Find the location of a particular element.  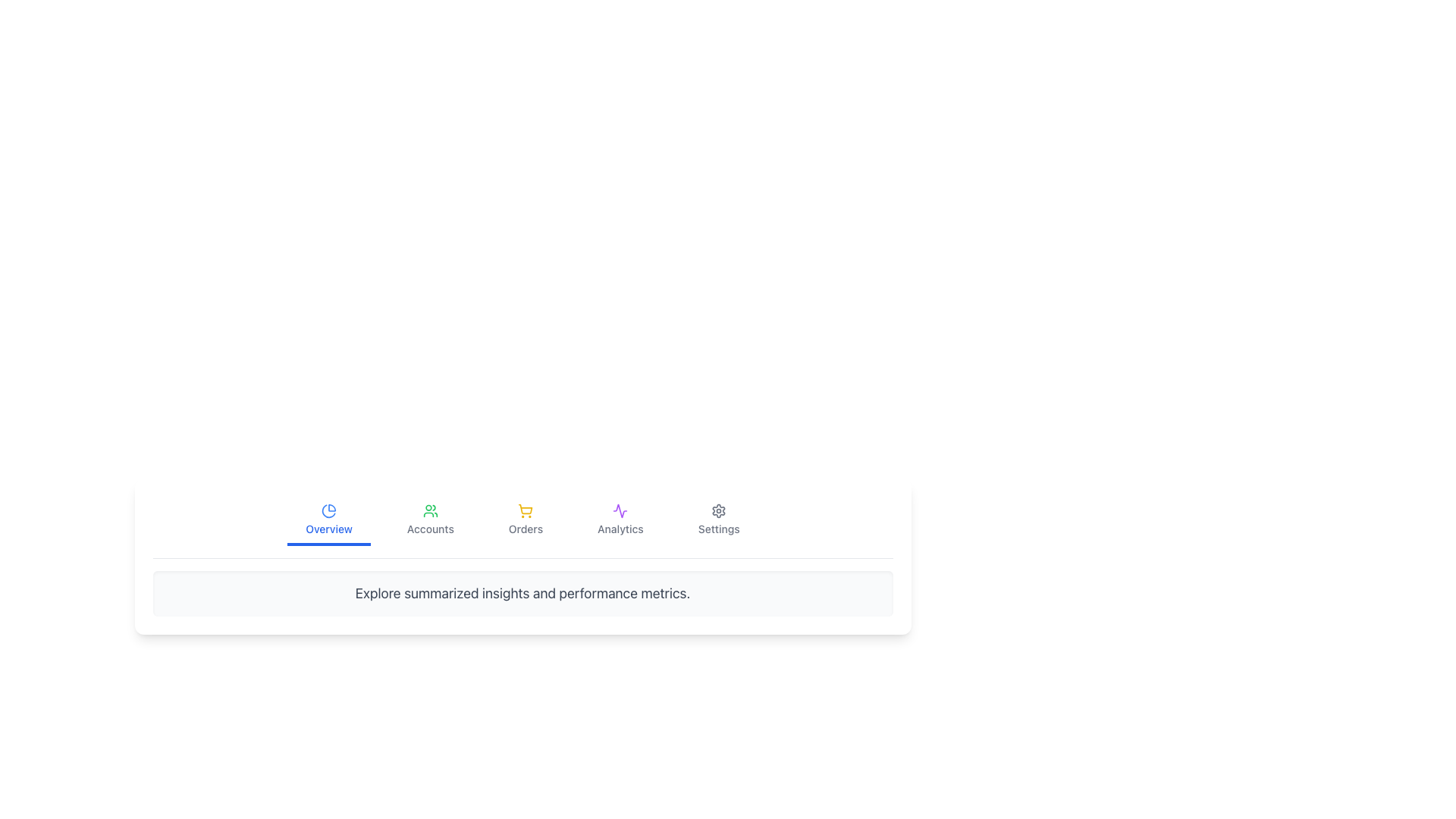

the text label that reads 'Explore summarized insights and performance metrics.' which is styled in a medium-large gray font and is centered below the navigation bar is located at coordinates (522, 593).